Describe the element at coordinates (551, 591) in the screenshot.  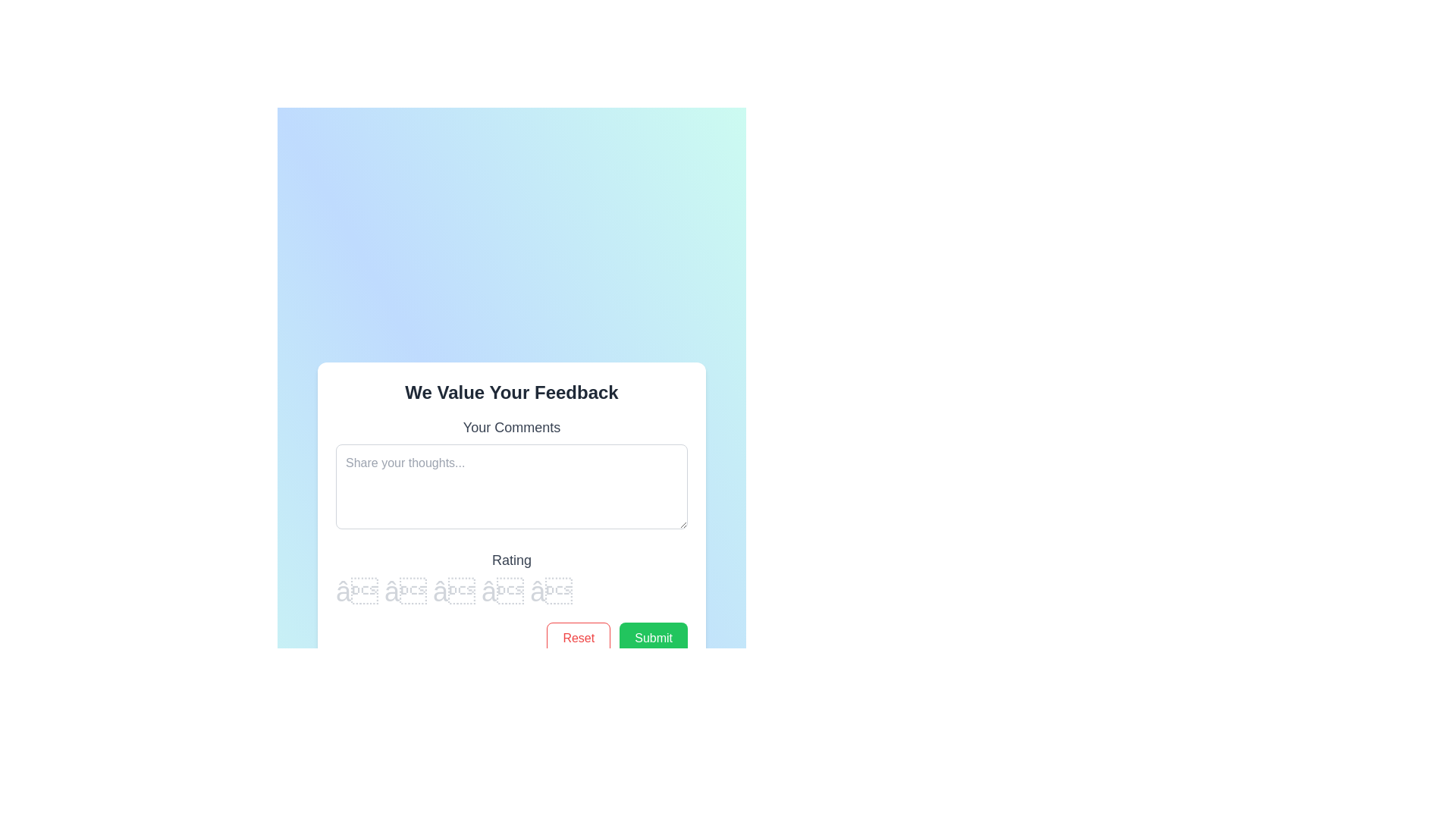
I see `the fifth star icon in the 'Rating' section to register a 5-star rating` at that location.